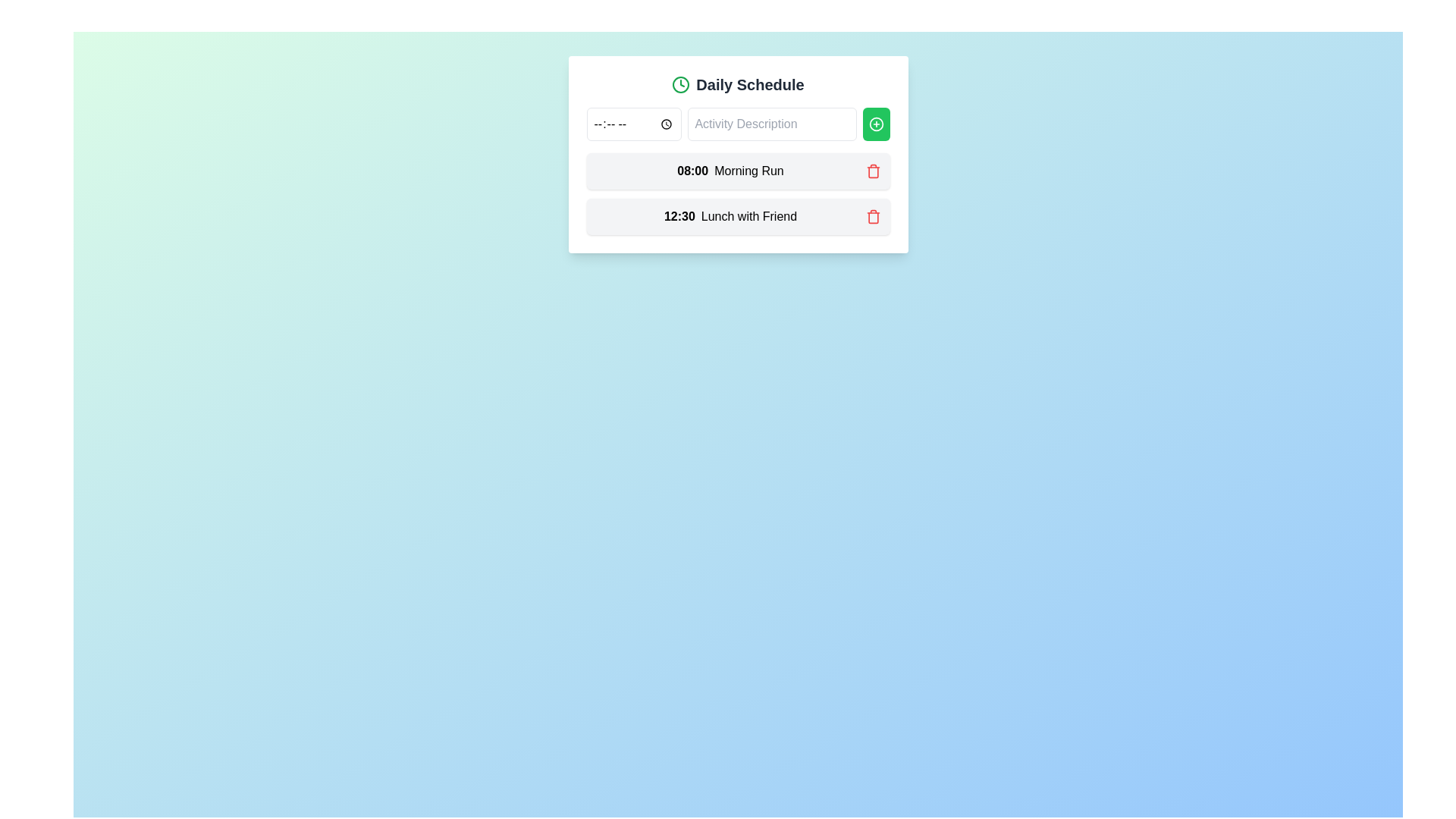 This screenshot has width=1456, height=819. I want to click on the text label displaying '08:00Morning Run' which shows a bold time followed by a description, so click(730, 171).